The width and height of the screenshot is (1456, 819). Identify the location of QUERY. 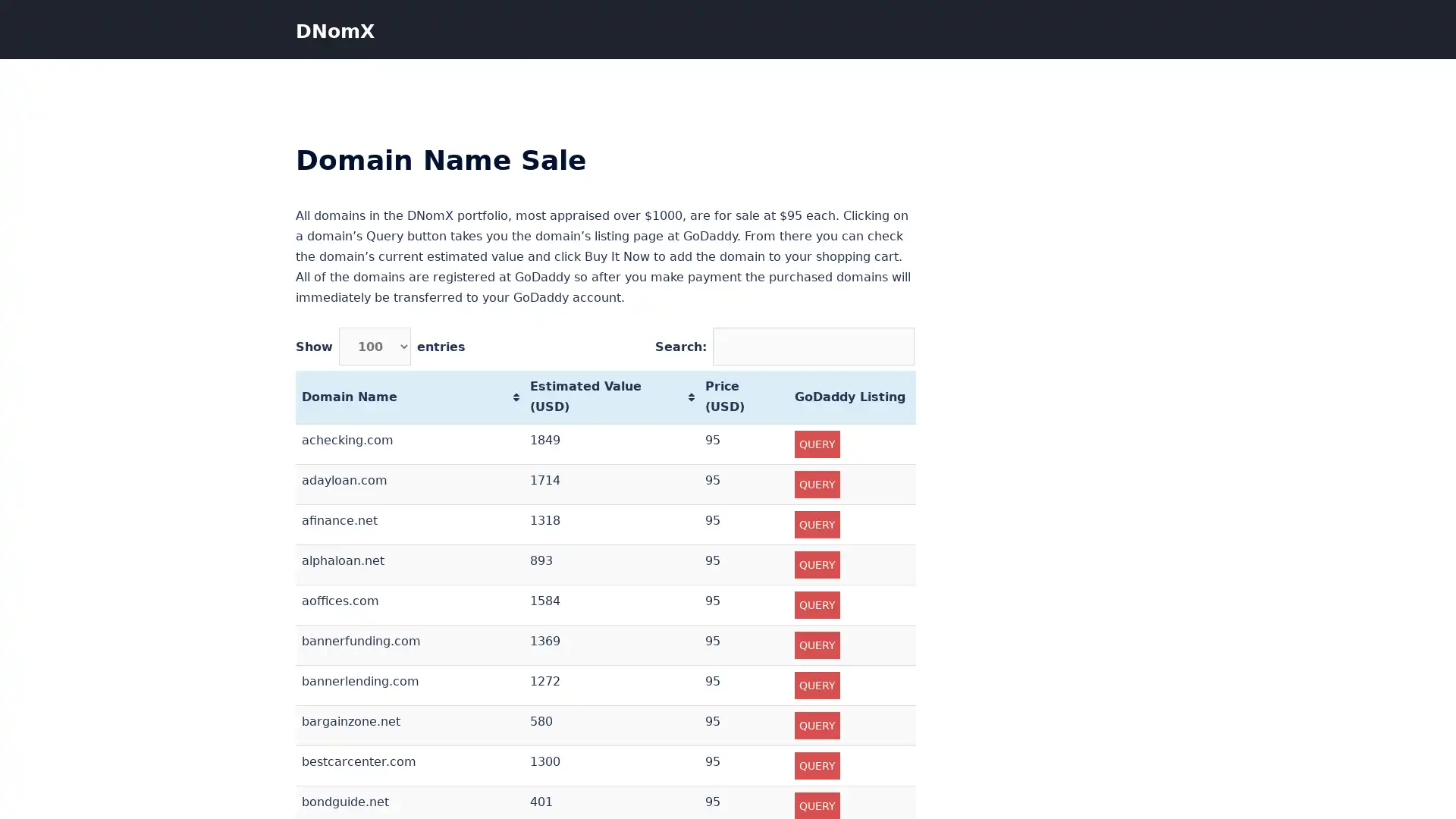
(815, 766).